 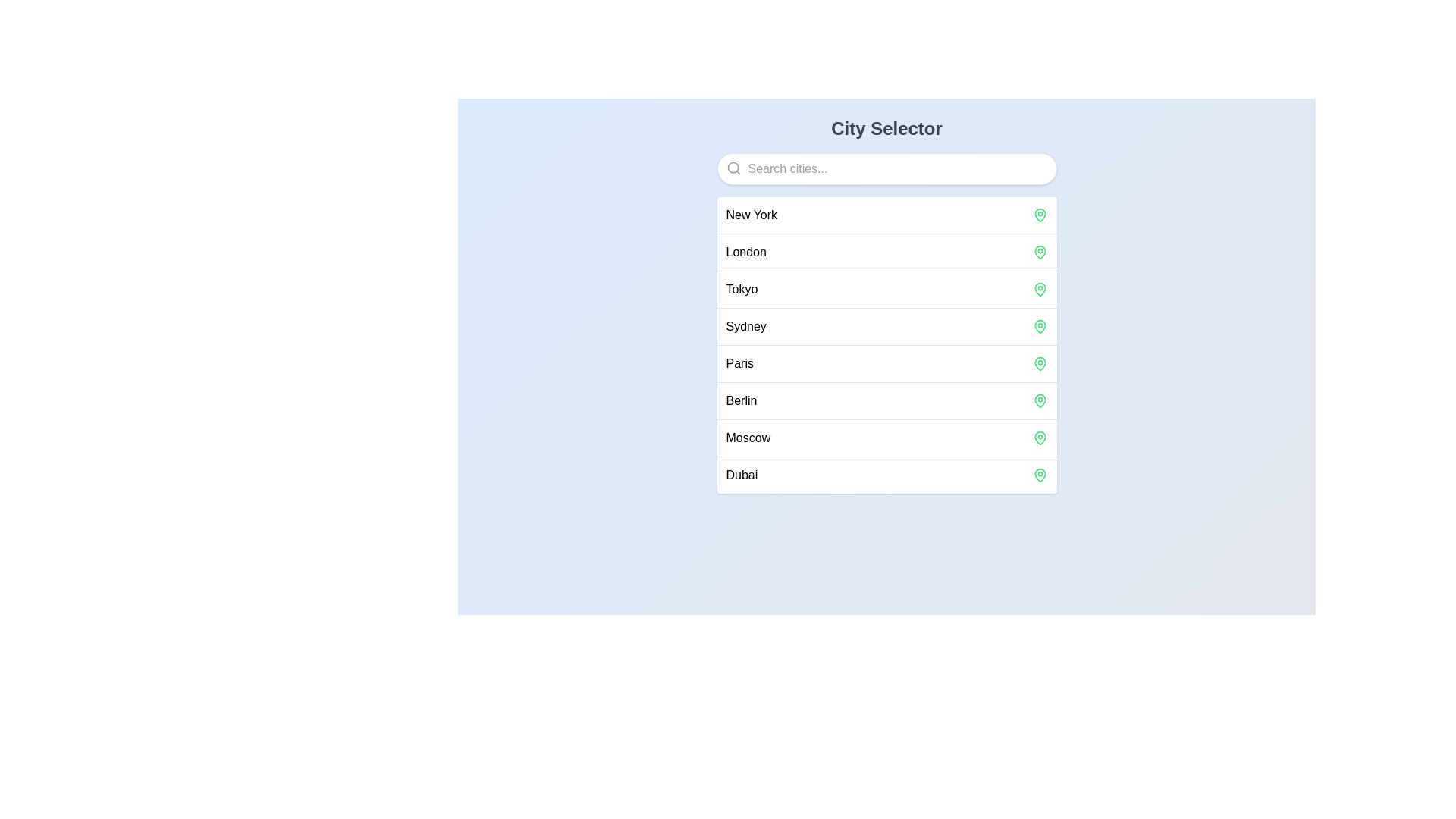 What do you see at coordinates (1039, 400) in the screenshot?
I see `the SVG map pin icon associated with the location 'Berlin'` at bounding box center [1039, 400].